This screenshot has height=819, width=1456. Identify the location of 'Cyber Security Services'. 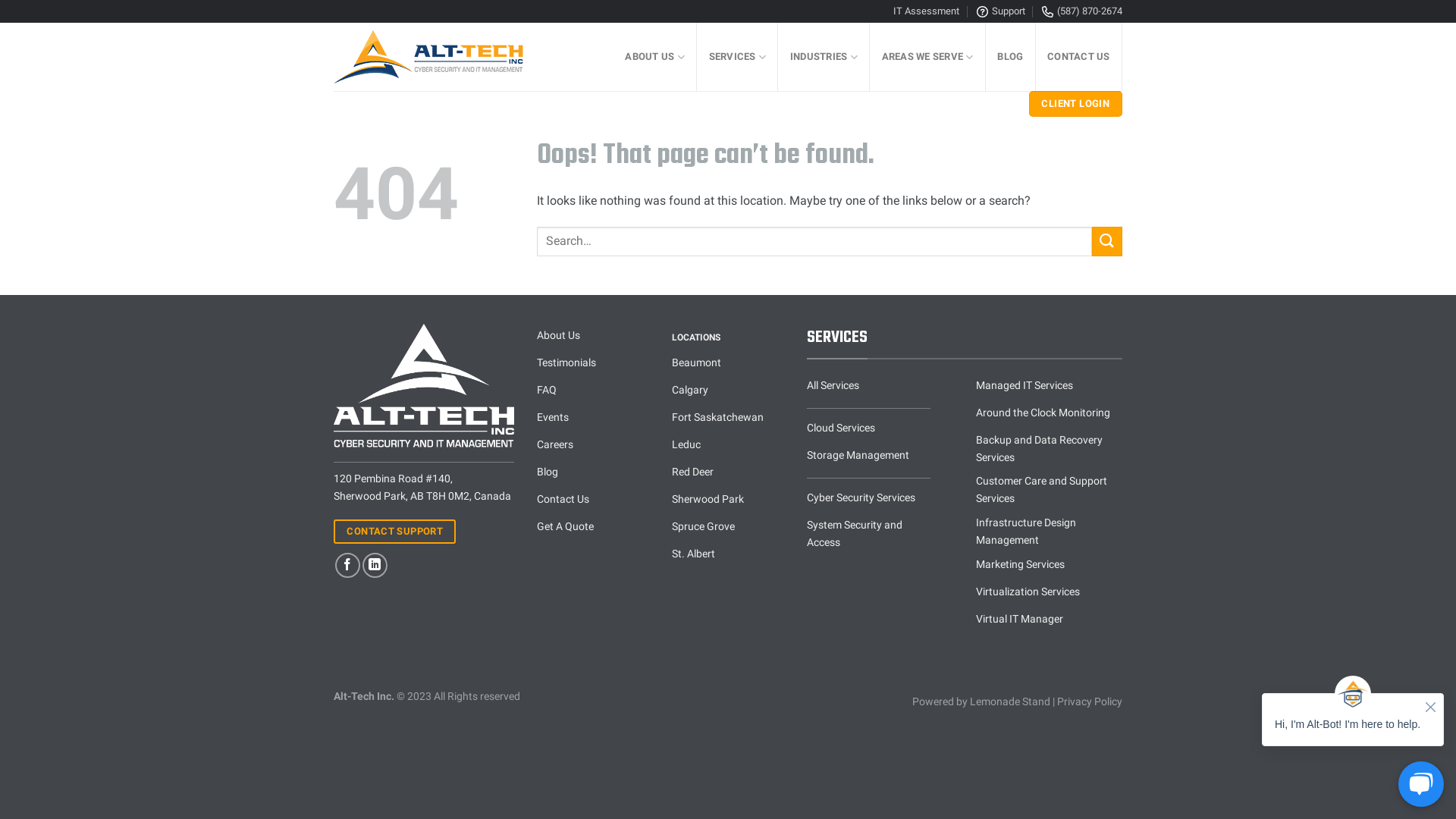
(868, 500).